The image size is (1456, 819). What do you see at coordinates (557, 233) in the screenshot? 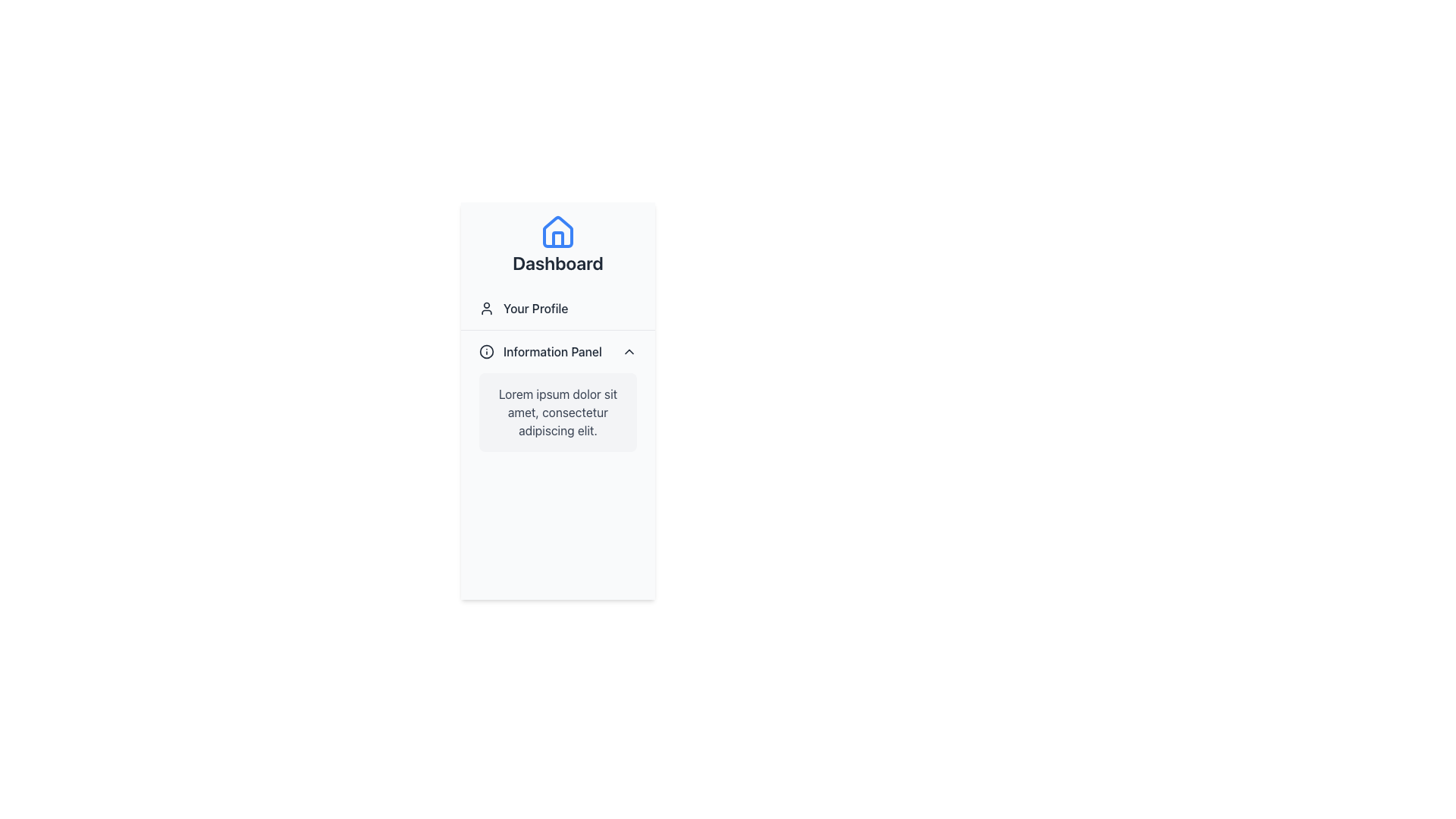
I see `the house-shaped icon with a blue outline located above the 'Dashboard' text` at bounding box center [557, 233].